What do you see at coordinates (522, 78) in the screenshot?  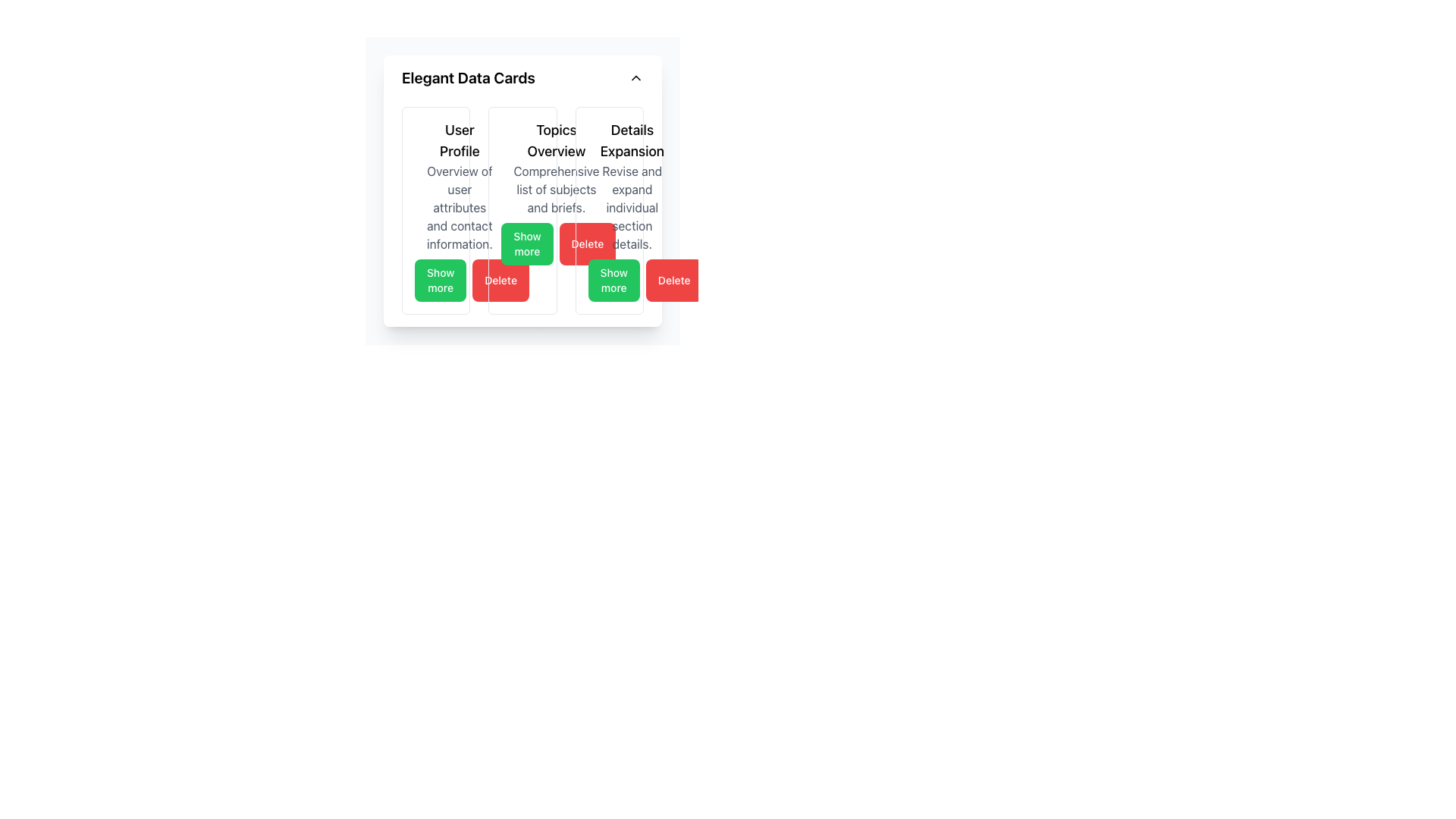 I see `the Collapsible Header Bar labeled 'Elegant Data Cards'` at bounding box center [522, 78].